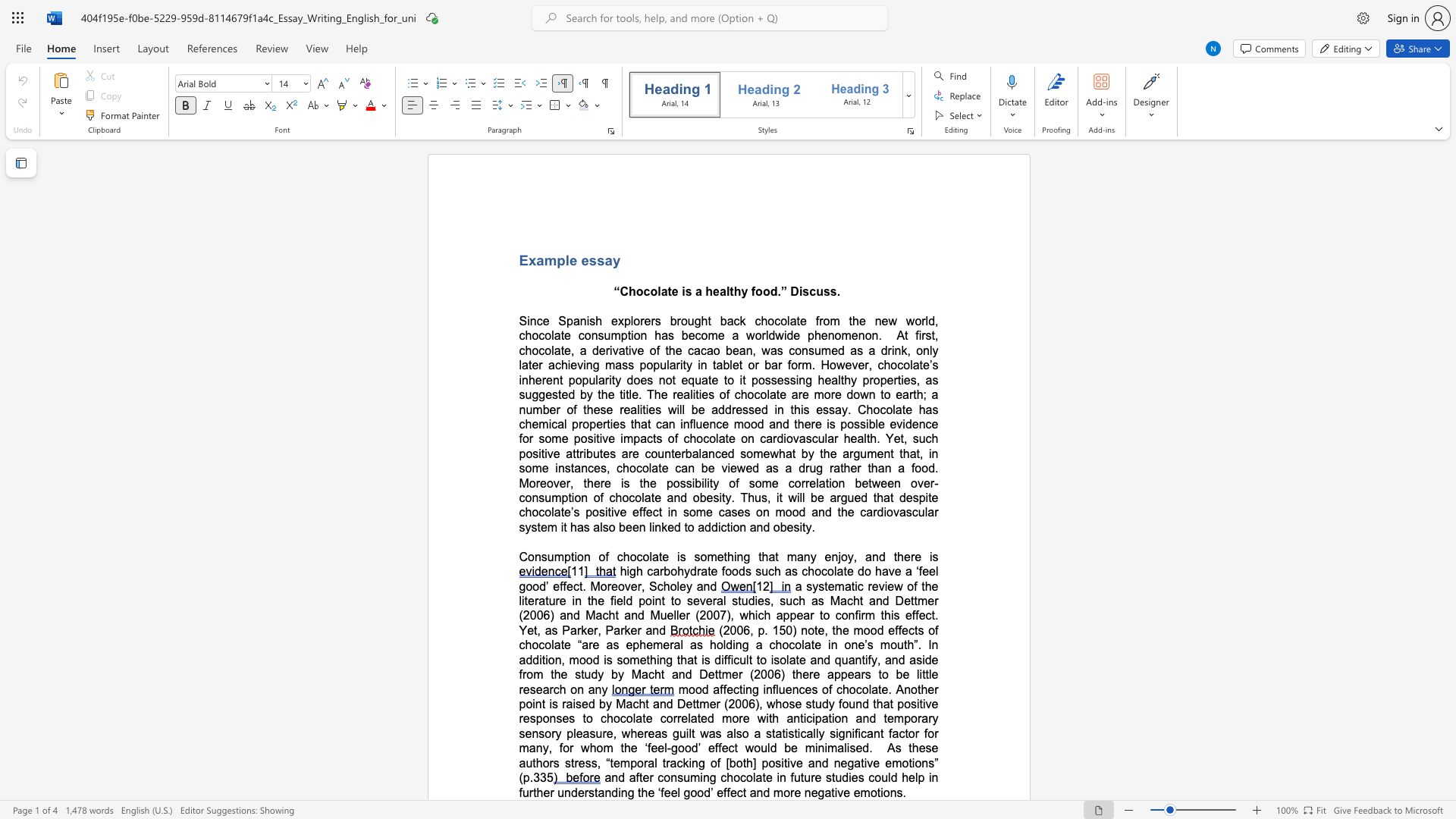  What do you see at coordinates (815, 291) in the screenshot?
I see `the subset text "uss" within the text "“Chocolate is a healthy food.” Discuss."` at bounding box center [815, 291].